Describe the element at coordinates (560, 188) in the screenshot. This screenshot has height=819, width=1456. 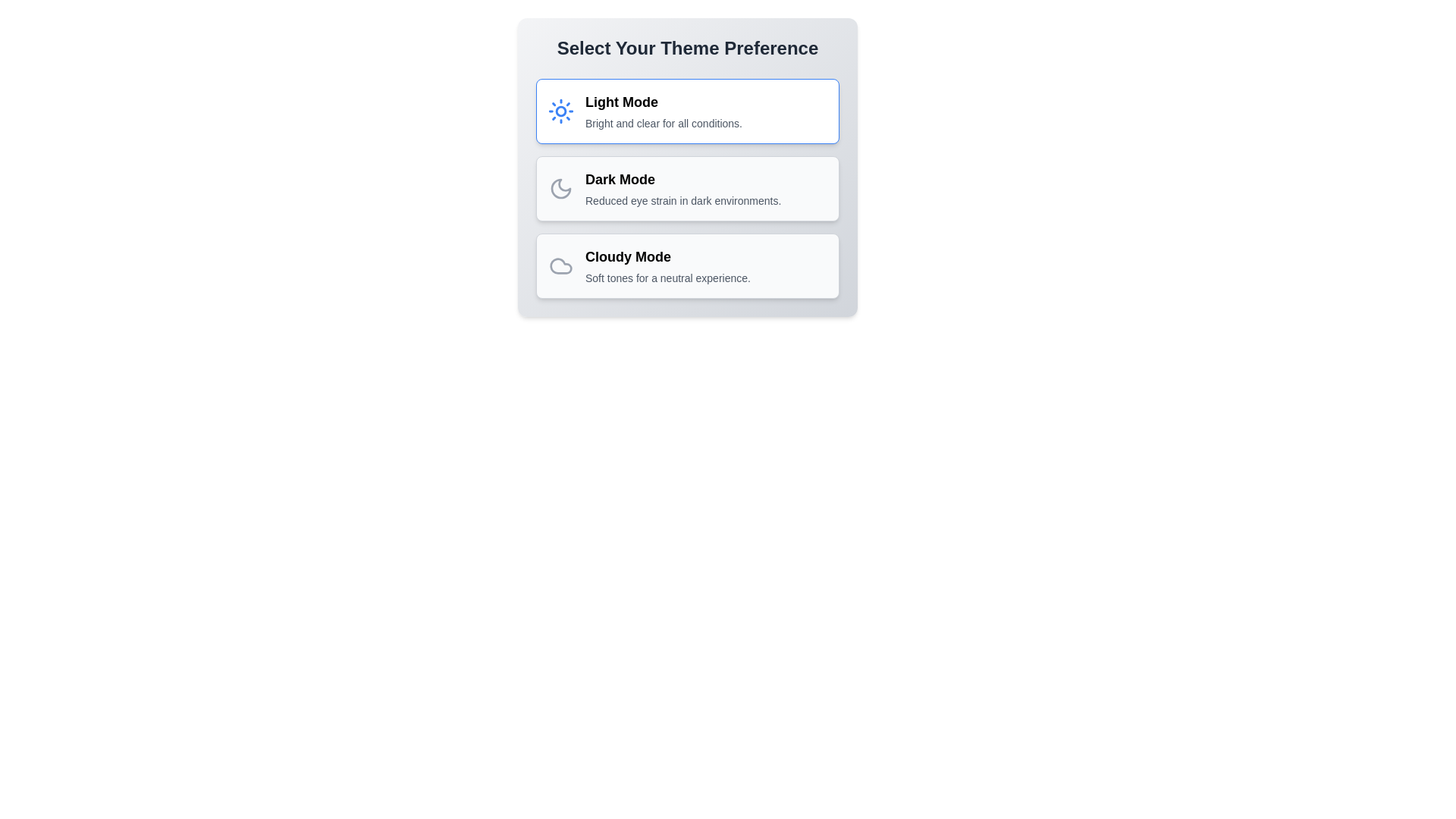
I see `the 'Dark Mode' icon, which is the left-most element within the 'Dark Mode' option, adjacent to the descriptive text elements, to visually indicate the theme's purpose` at that location.